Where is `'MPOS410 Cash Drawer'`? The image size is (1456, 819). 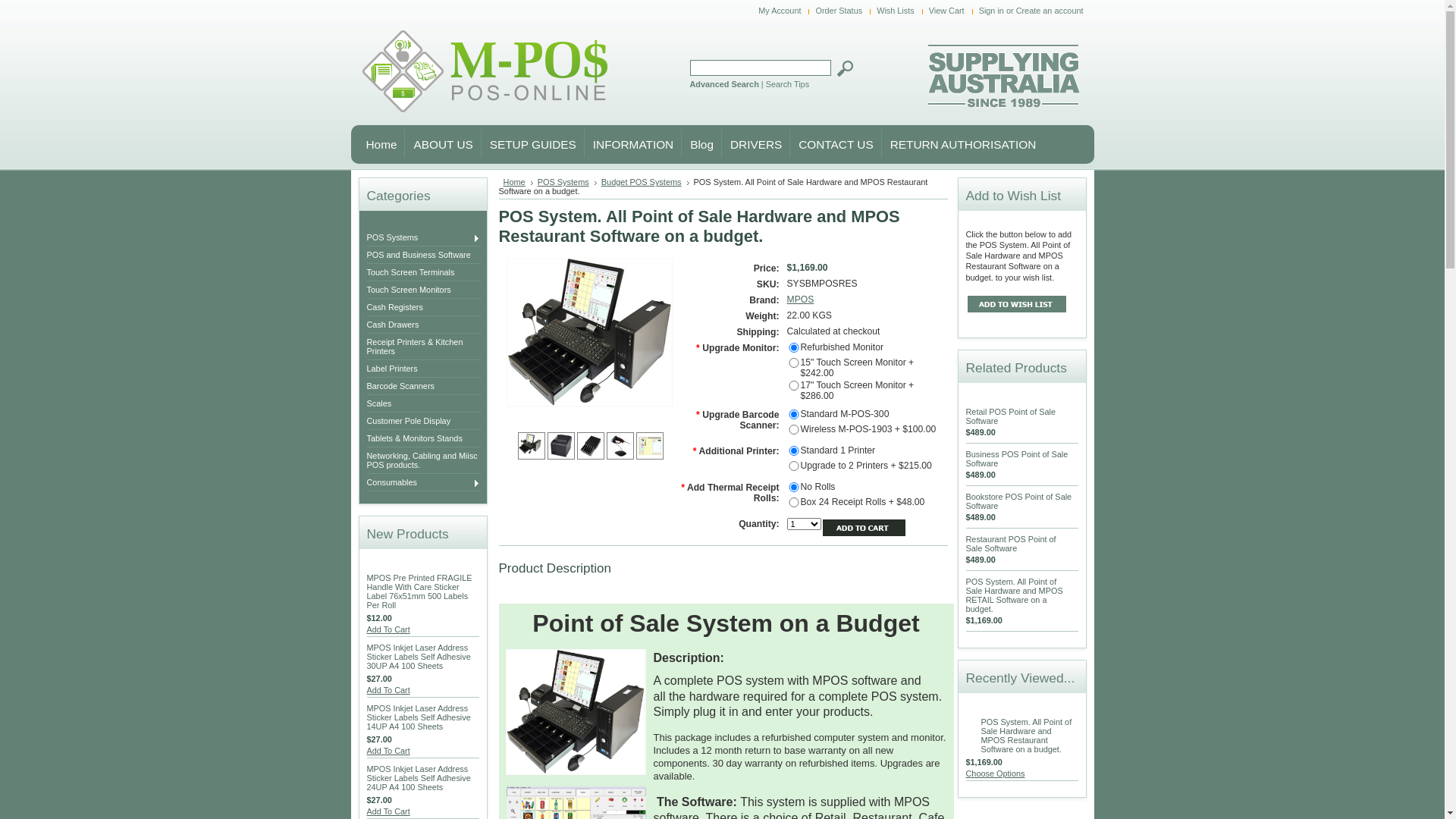
'MPOS410 Cash Drawer' is located at coordinates (589, 444).